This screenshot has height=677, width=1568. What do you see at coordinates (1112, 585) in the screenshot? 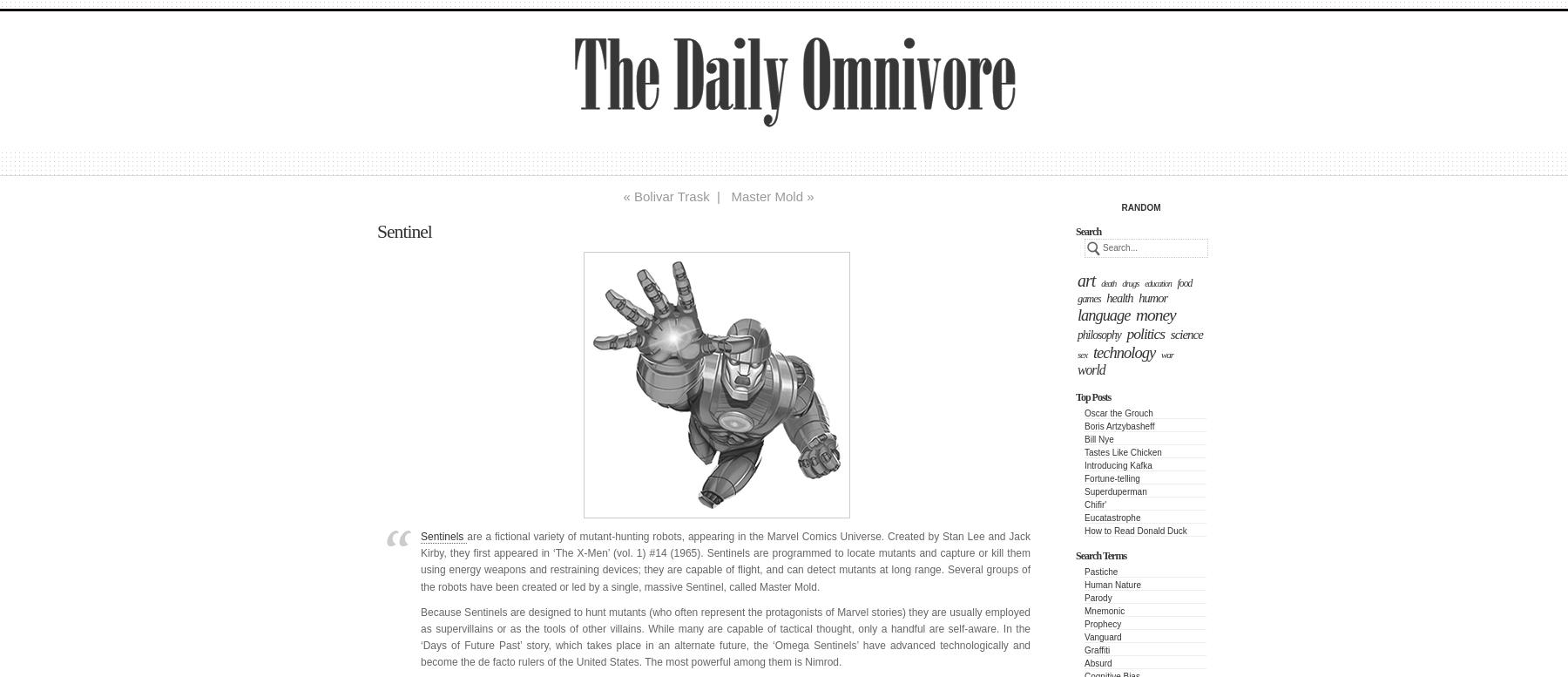
I see `'Human Nature'` at bounding box center [1112, 585].